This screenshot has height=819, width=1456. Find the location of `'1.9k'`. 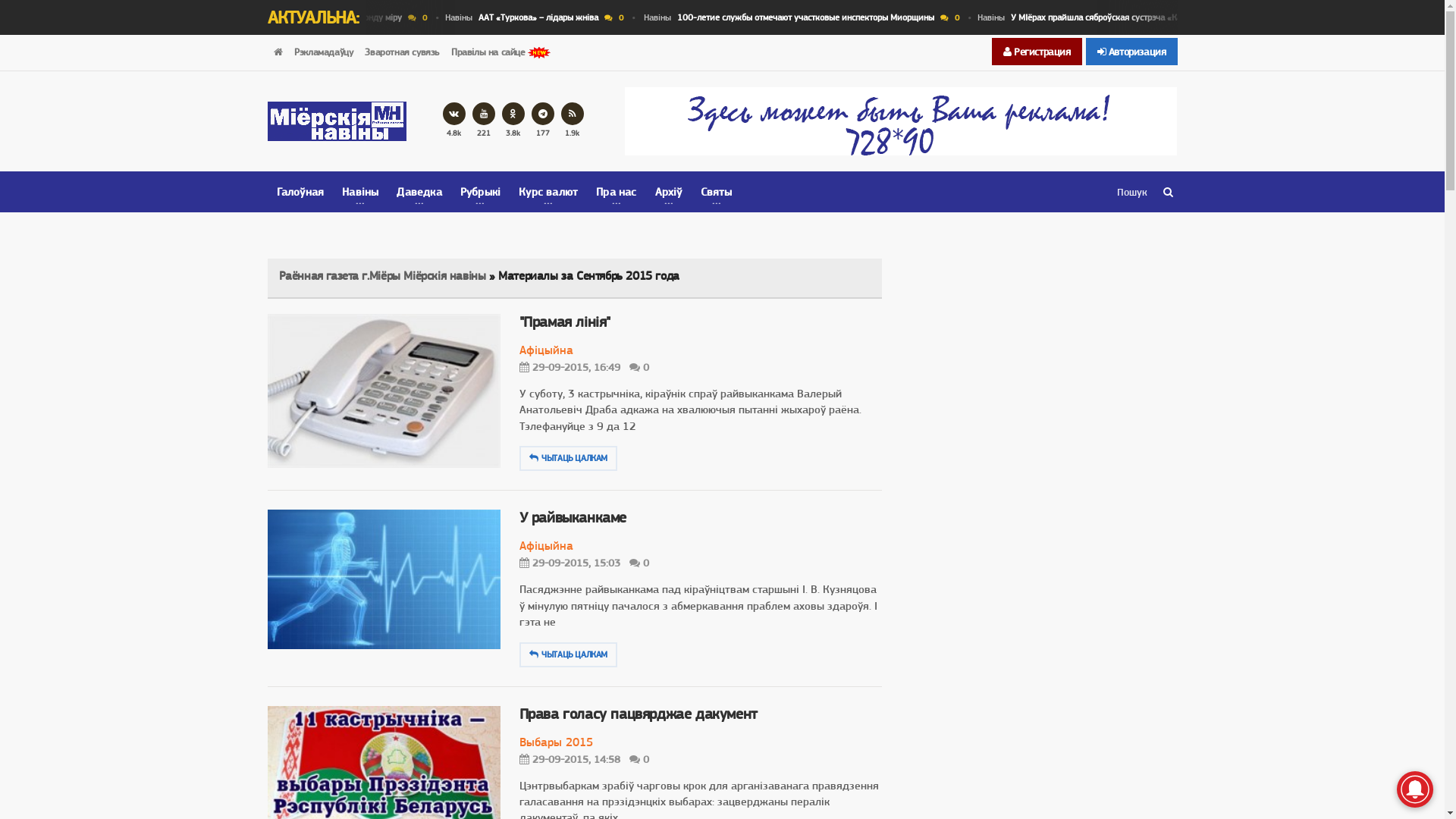

'1.9k' is located at coordinates (571, 119).